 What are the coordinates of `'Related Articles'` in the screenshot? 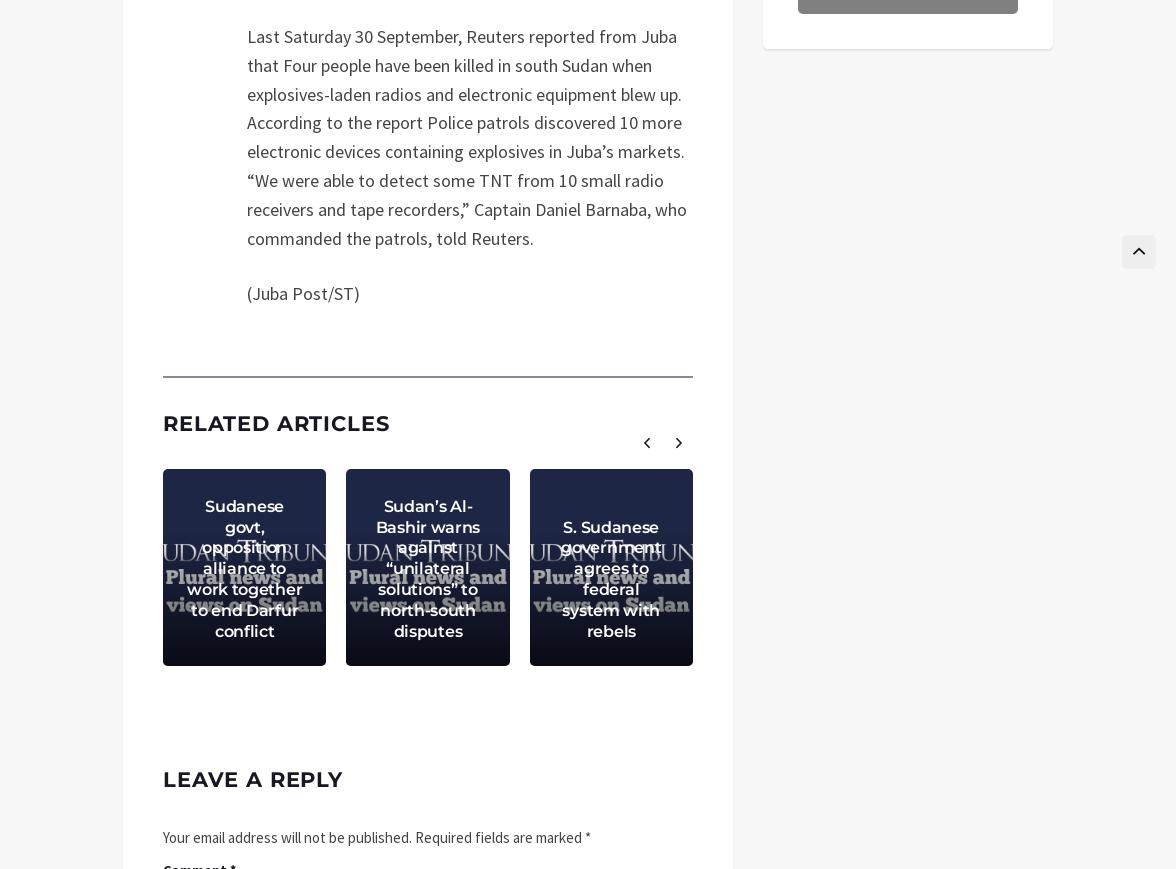 It's located at (161, 422).